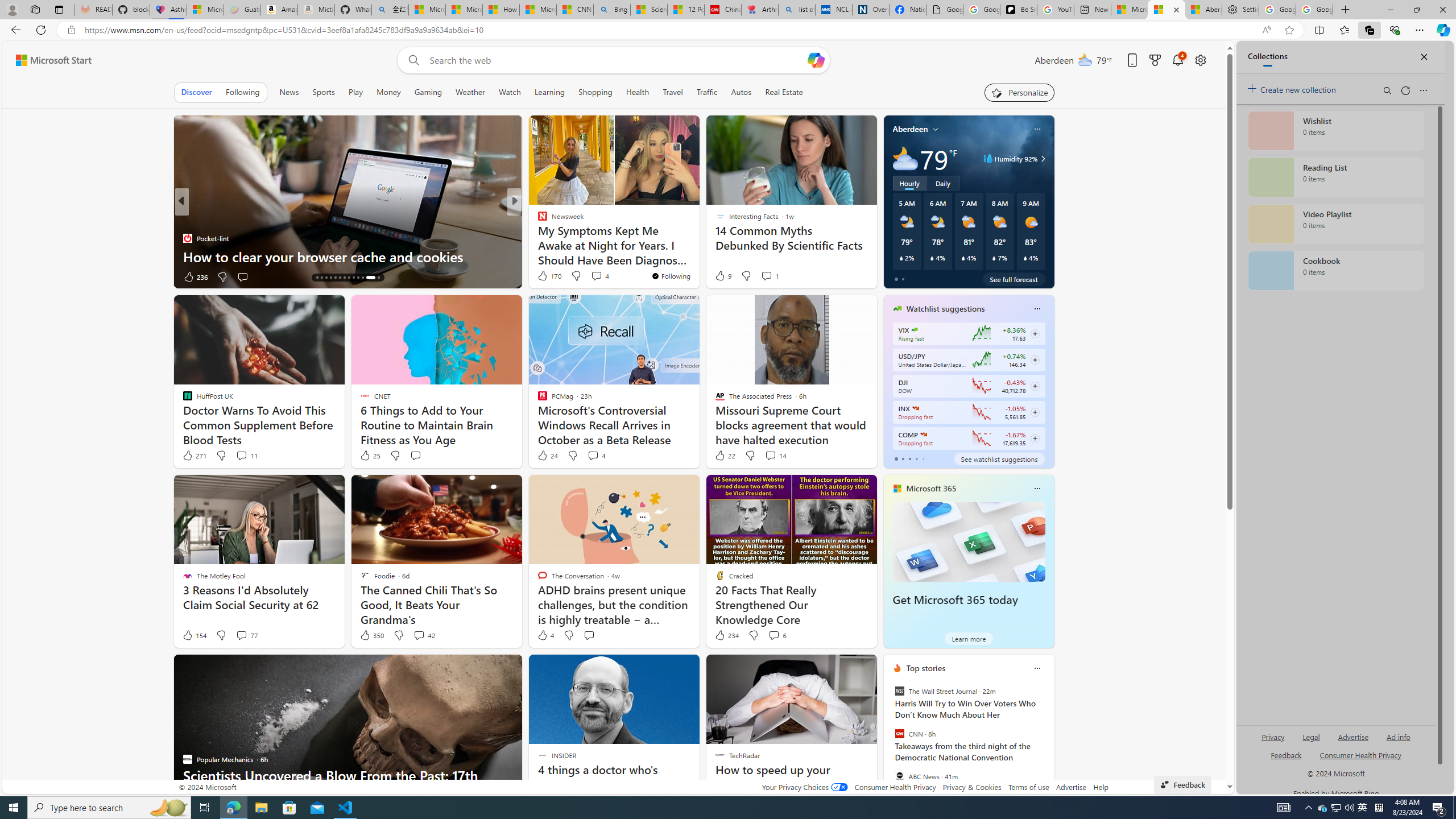  I want to click on 'Start the conversation', so click(589, 634).